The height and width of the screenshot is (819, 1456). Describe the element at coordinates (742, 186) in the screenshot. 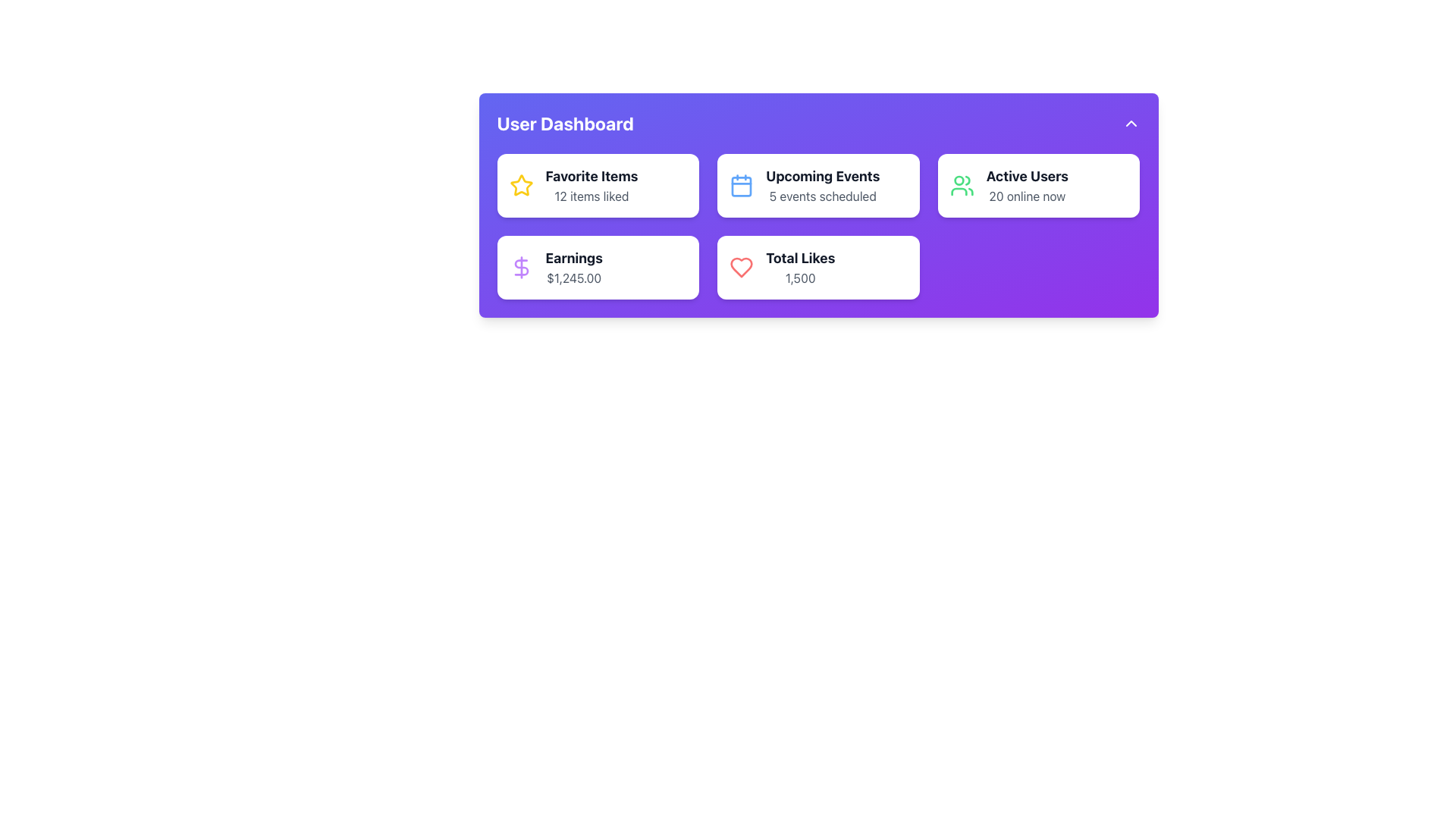

I see `the small rectangular shape within the blue calendar icon located in the 'Upcoming Events' section of the dashboard` at that location.